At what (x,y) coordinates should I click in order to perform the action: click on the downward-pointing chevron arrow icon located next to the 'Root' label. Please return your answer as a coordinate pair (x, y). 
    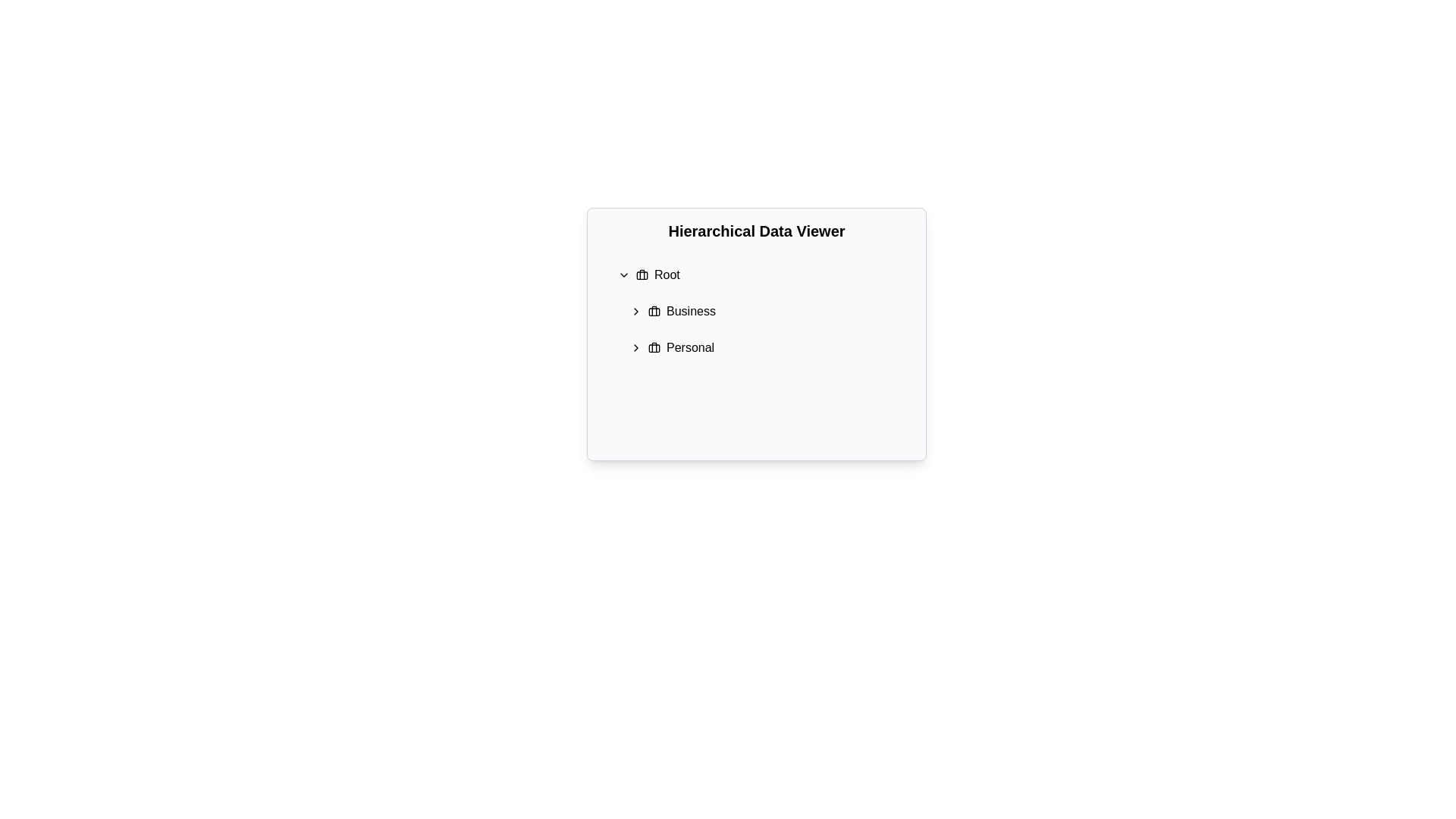
    Looking at the image, I should click on (623, 275).